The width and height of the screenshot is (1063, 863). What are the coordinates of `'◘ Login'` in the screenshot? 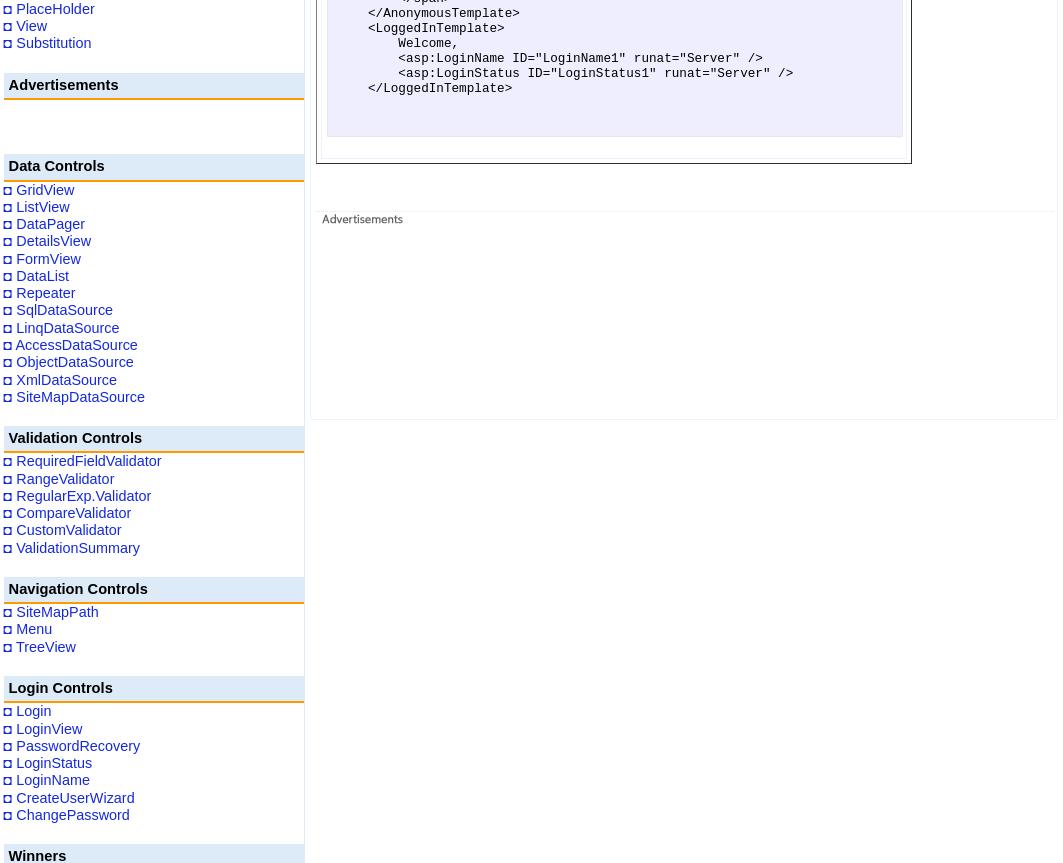 It's located at (27, 711).